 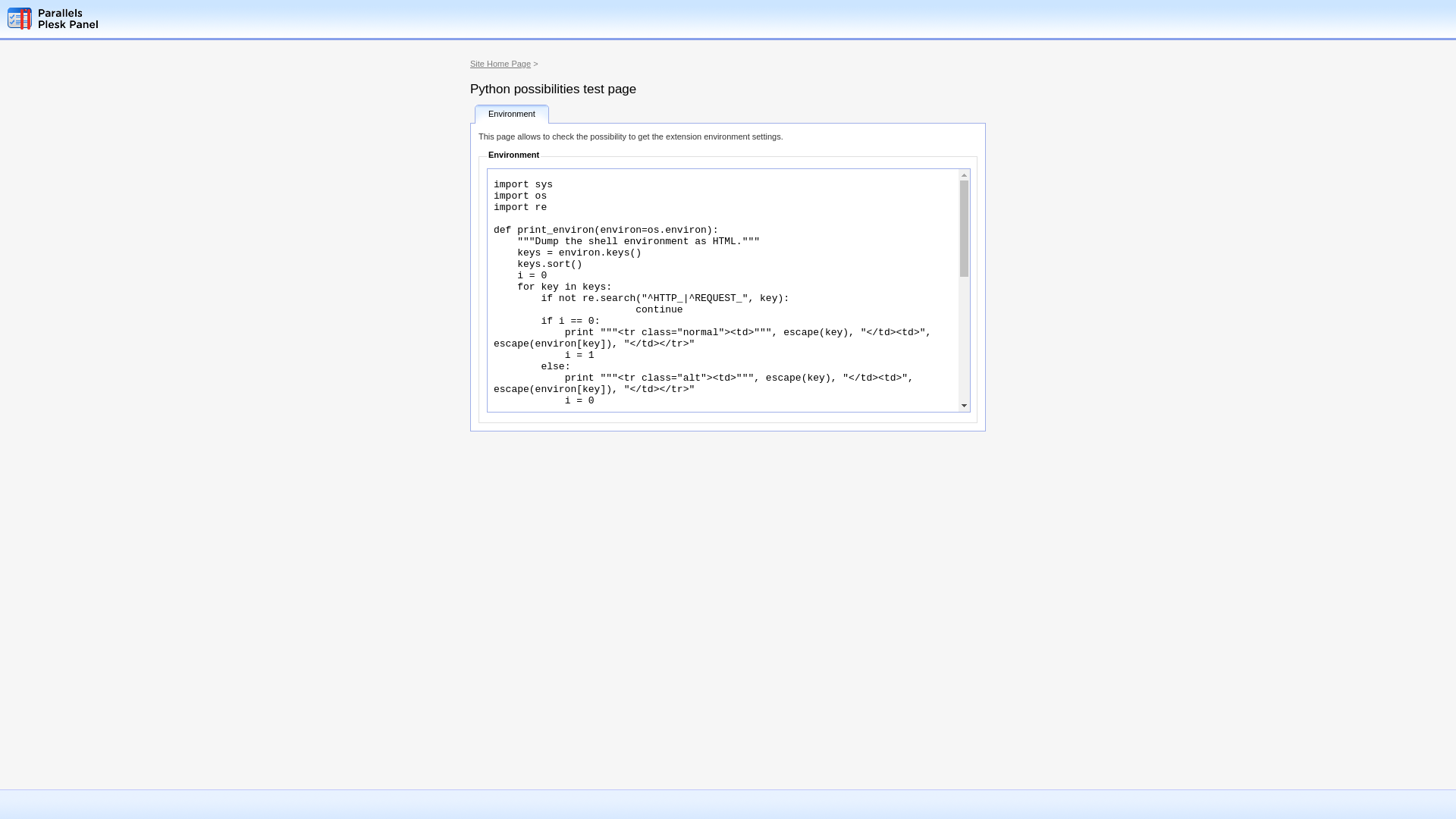 I want to click on 'Environment', so click(x=512, y=113).